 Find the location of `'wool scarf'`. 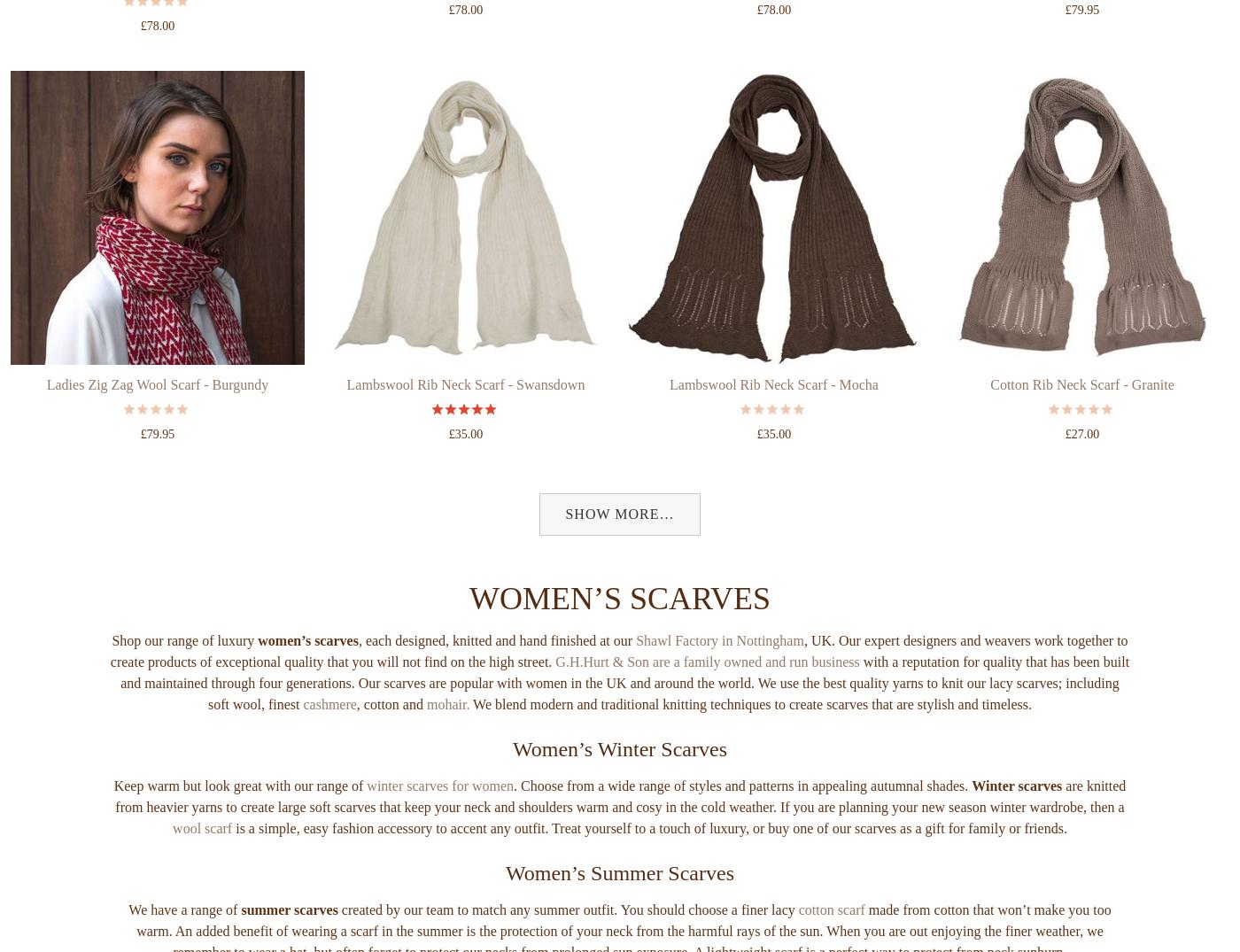

'wool scarf' is located at coordinates (202, 894).